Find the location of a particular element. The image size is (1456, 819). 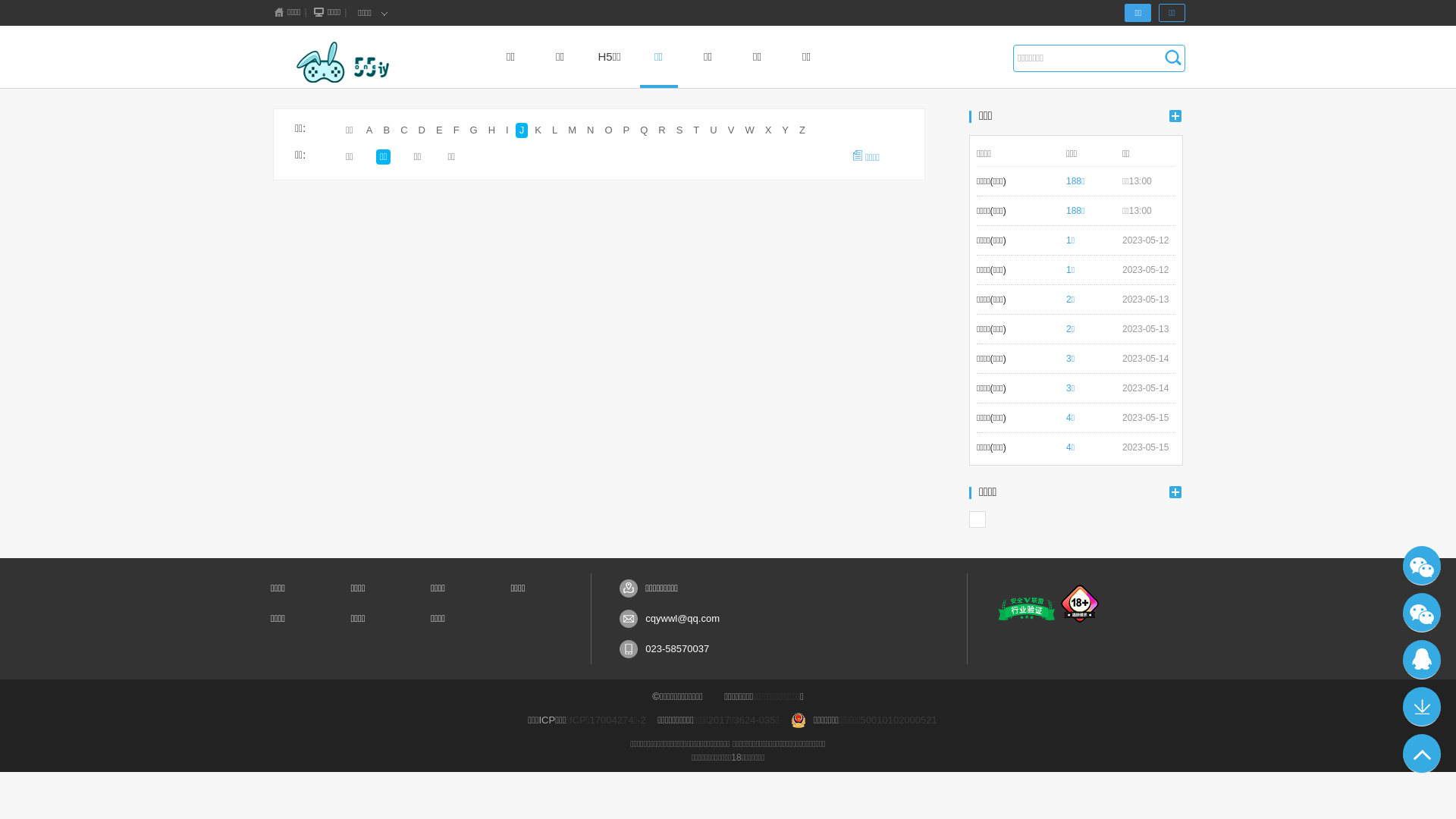

'L' is located at coordinates (554, 130).